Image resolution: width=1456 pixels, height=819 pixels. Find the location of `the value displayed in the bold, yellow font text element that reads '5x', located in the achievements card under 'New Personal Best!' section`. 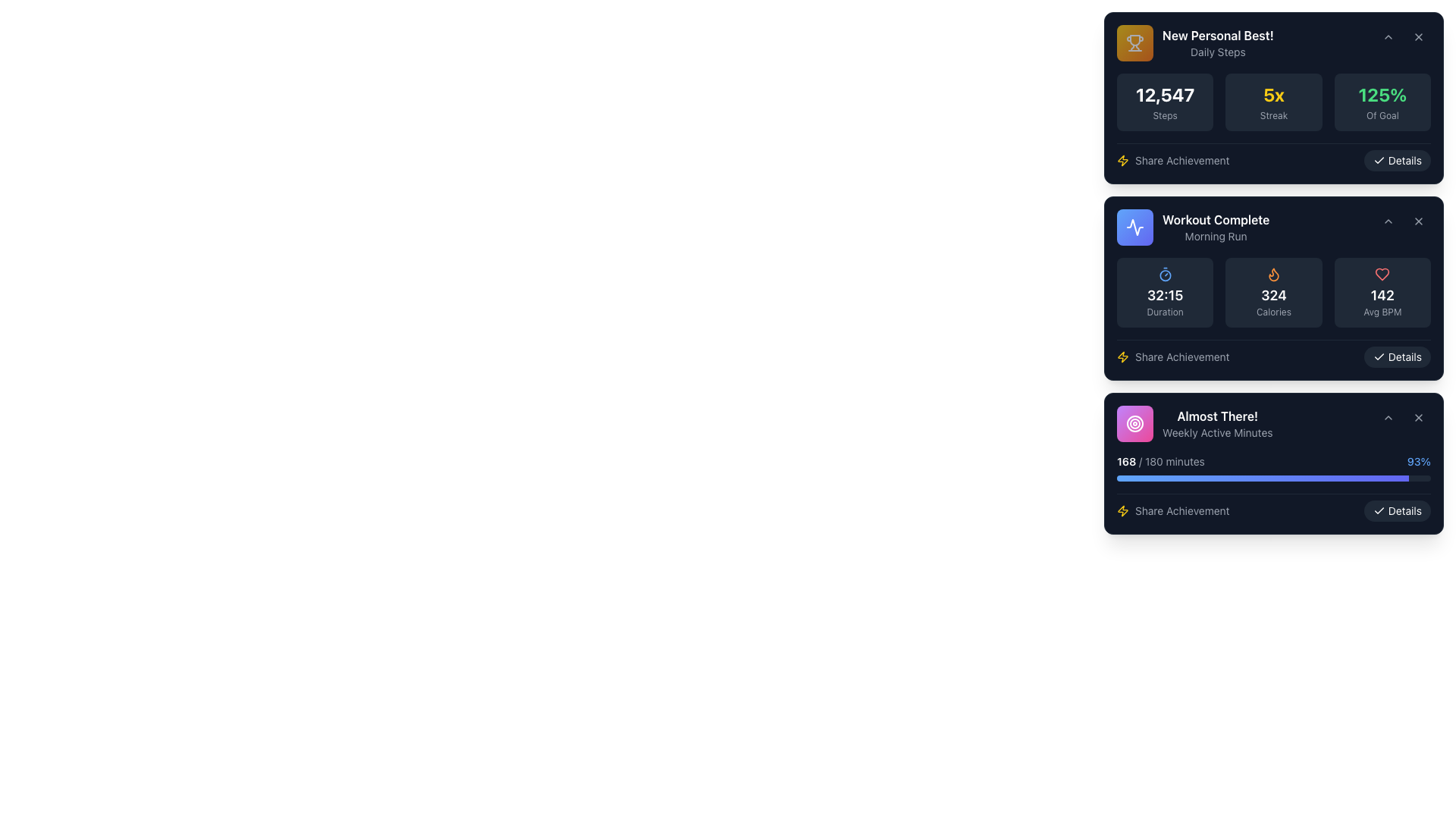

the value displayed in the bold, yellow font text element that reads '5x', located in the achievements card under 'New Personal Best!' section is located at coordinates (1274, 94).